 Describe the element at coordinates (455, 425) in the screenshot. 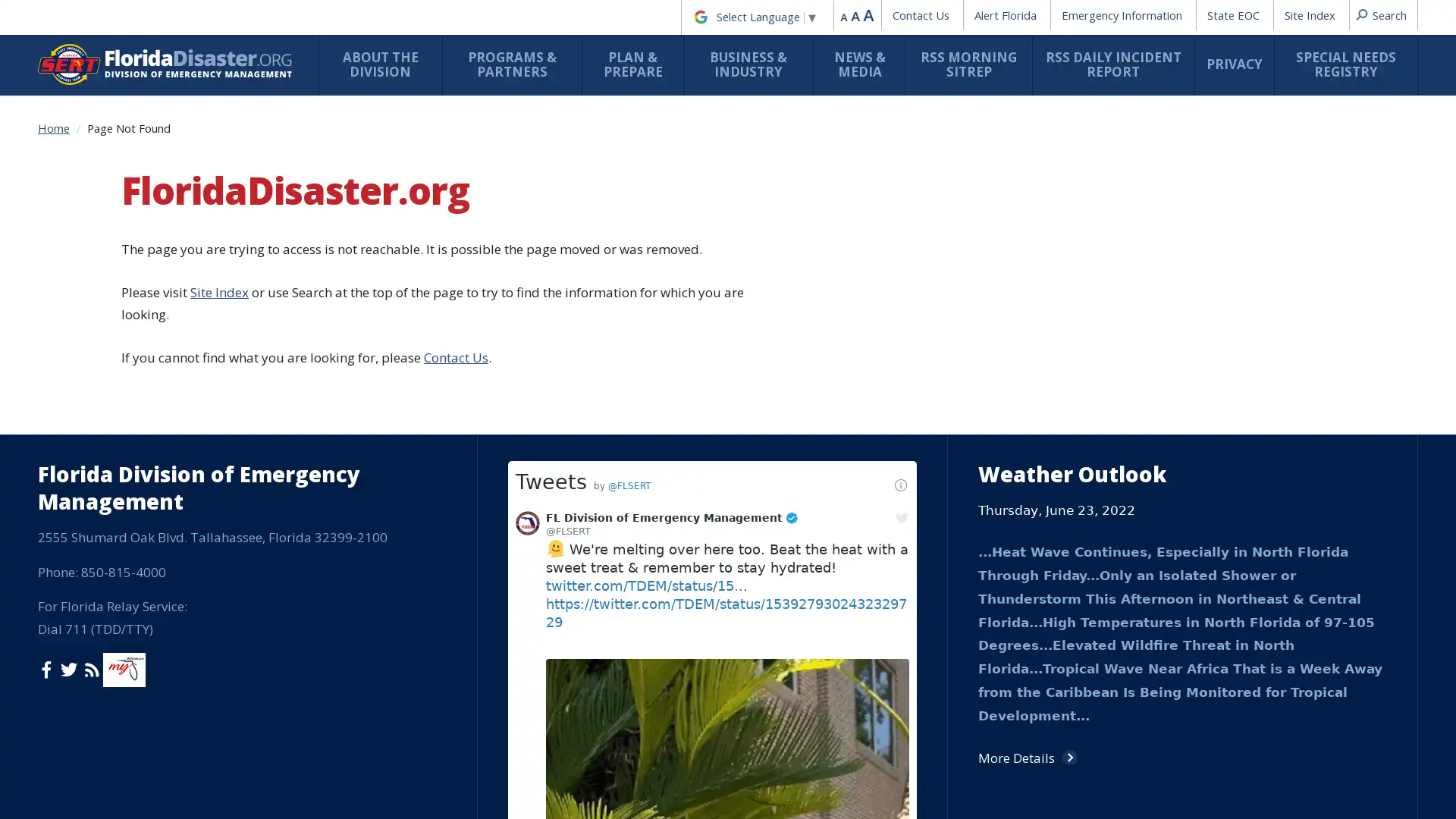

I see `Toggle More` at that location.